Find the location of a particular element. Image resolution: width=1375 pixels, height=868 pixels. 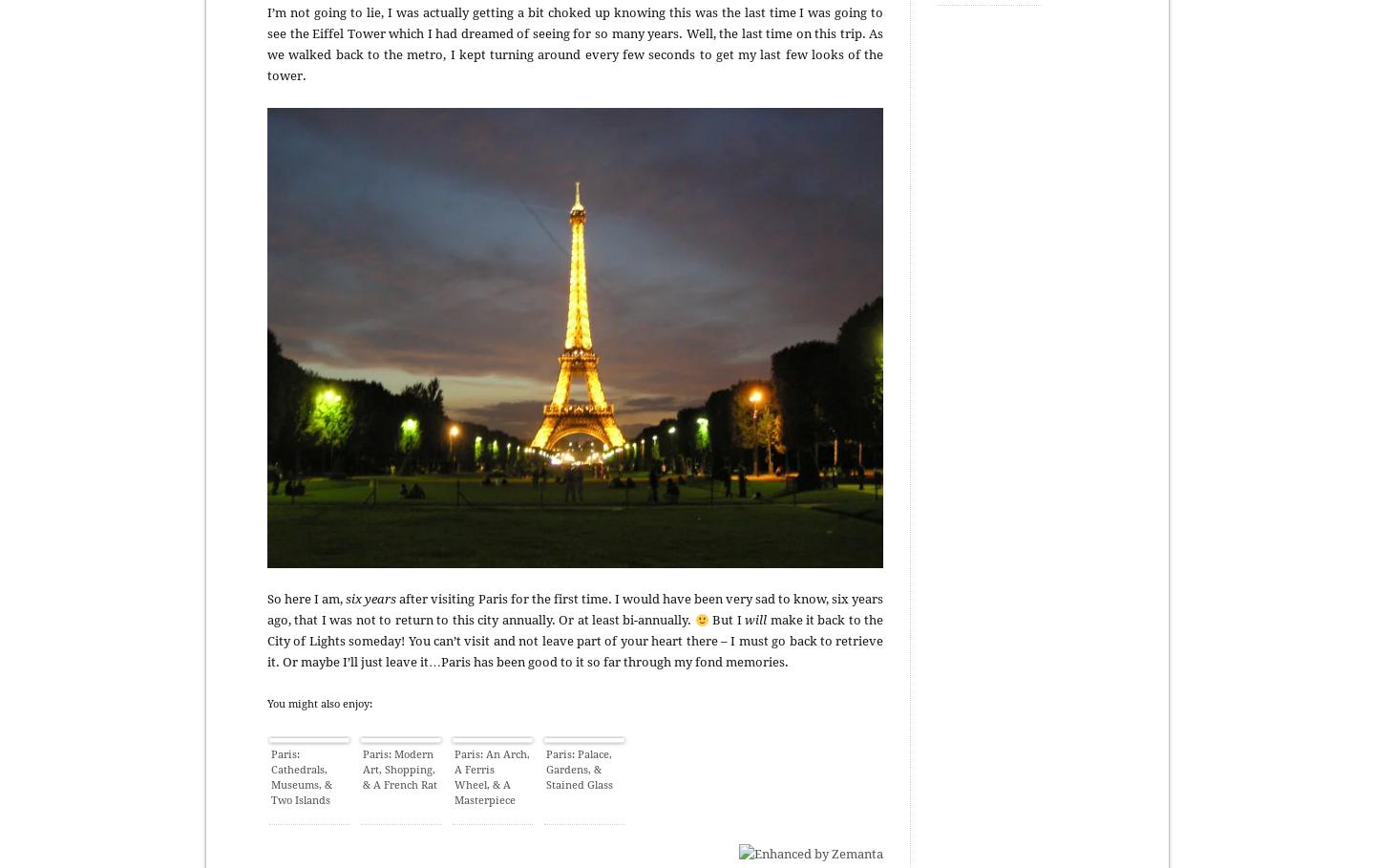

'six years' is located at coordinates (370, 599).